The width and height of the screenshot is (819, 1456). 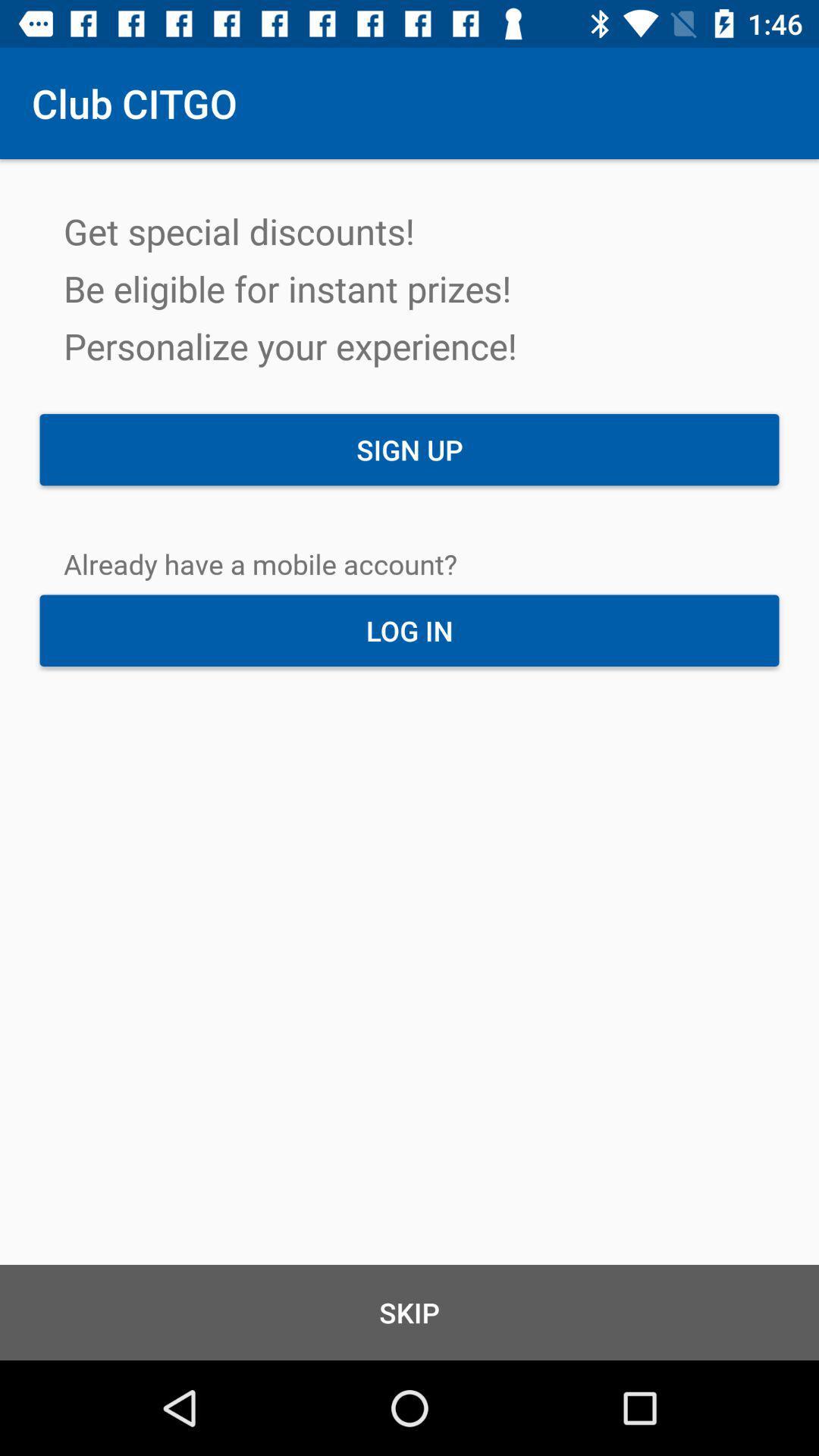 I want to click on log in icon, so click(x=409, y=630).